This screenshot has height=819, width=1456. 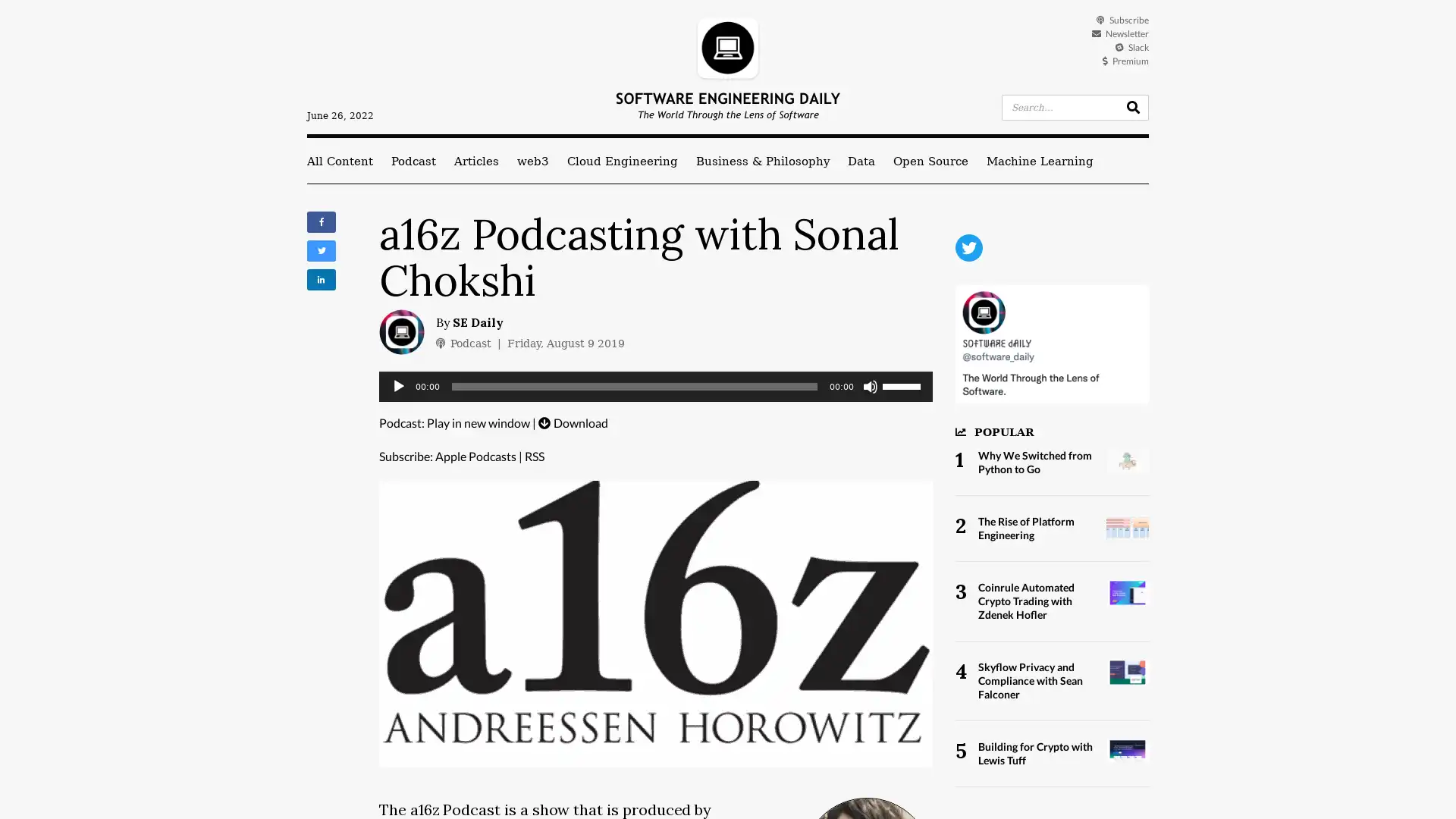 What do you see at coordinates (870, 385) in the screenshot?
I see `Mute` at bounding box center [870, 385].